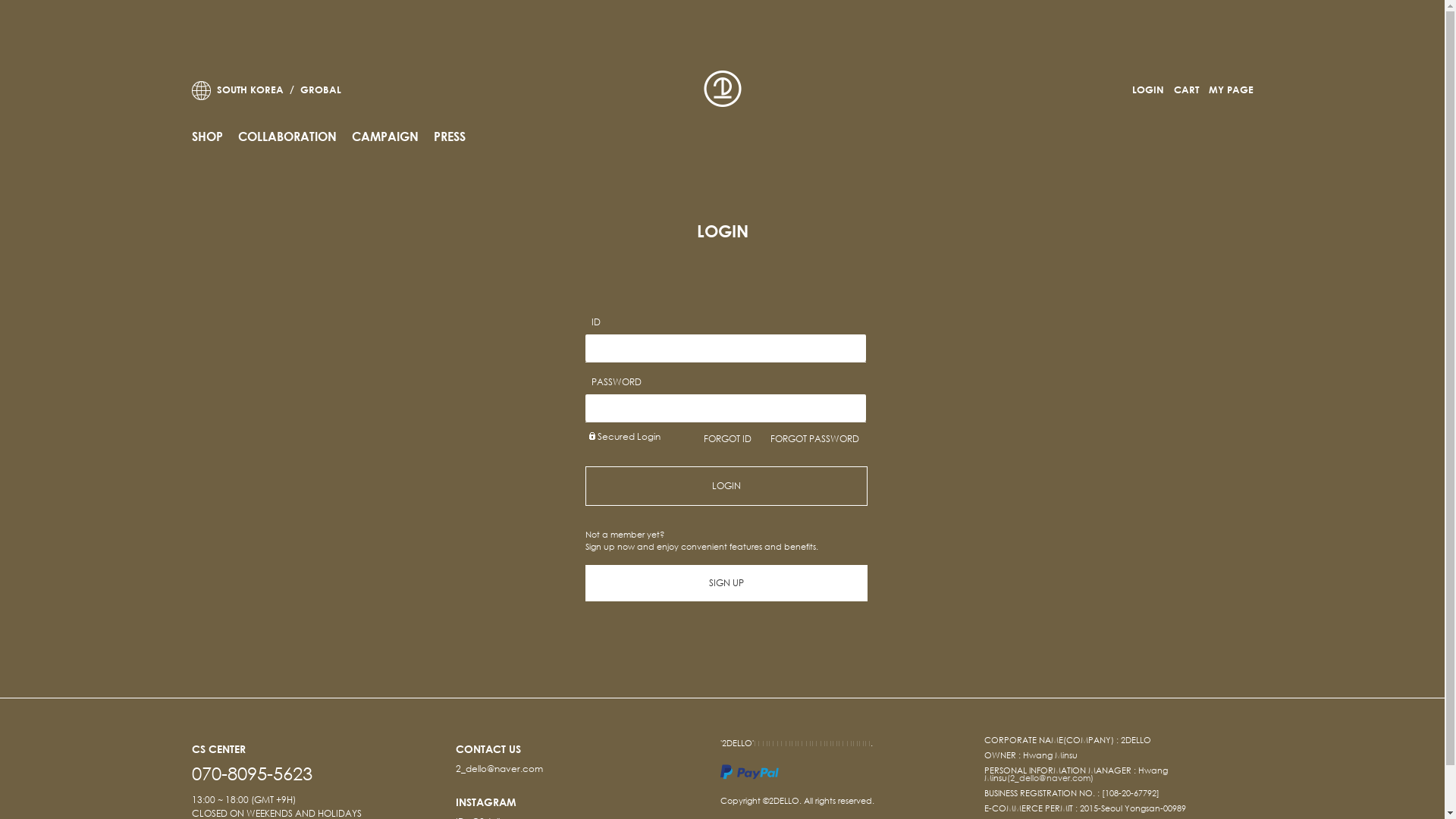  Describe the element at coordinates (814, 438) in the screenshot. I see `'FORGOT PASSWORD'` at that location.